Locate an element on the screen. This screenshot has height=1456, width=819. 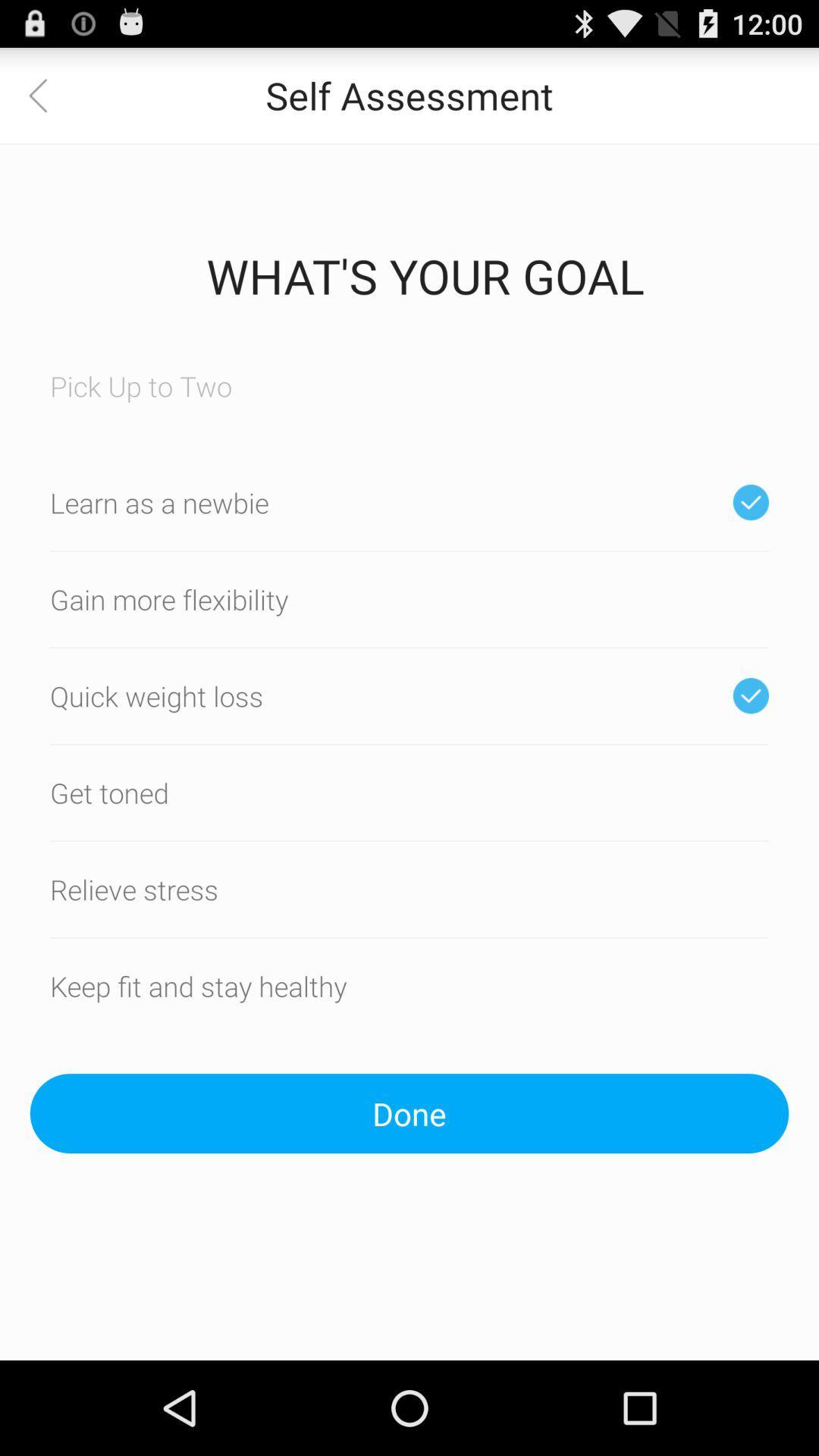
done at the bottom is located at coordinates (409, 1113).